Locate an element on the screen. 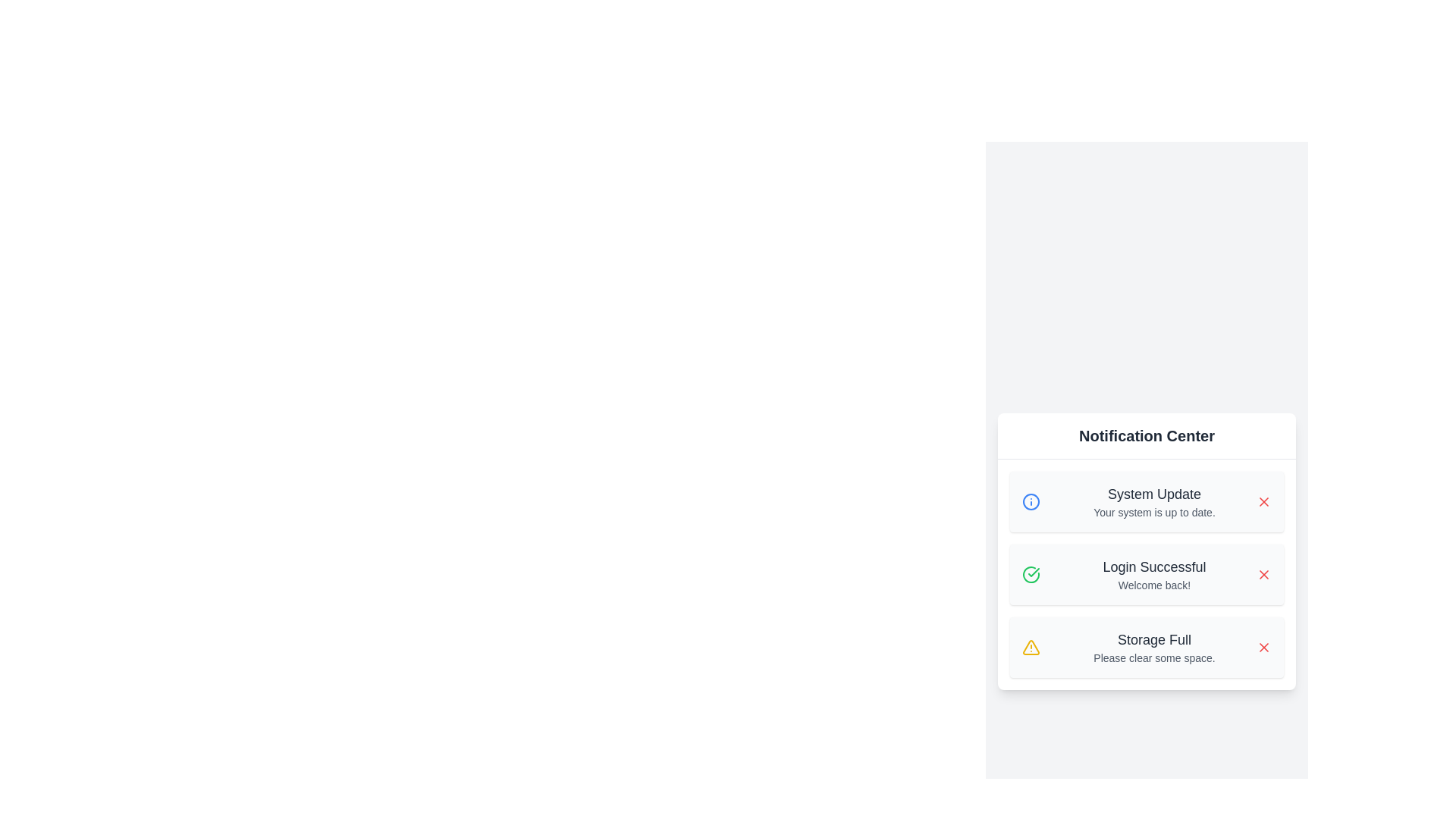 Image resolution: width=1456 pixels, height=819 pixels. the text label displaying 'Login Successful' which is styled in gray and is located within a notification card layout is located at coordinates (1153, 566).